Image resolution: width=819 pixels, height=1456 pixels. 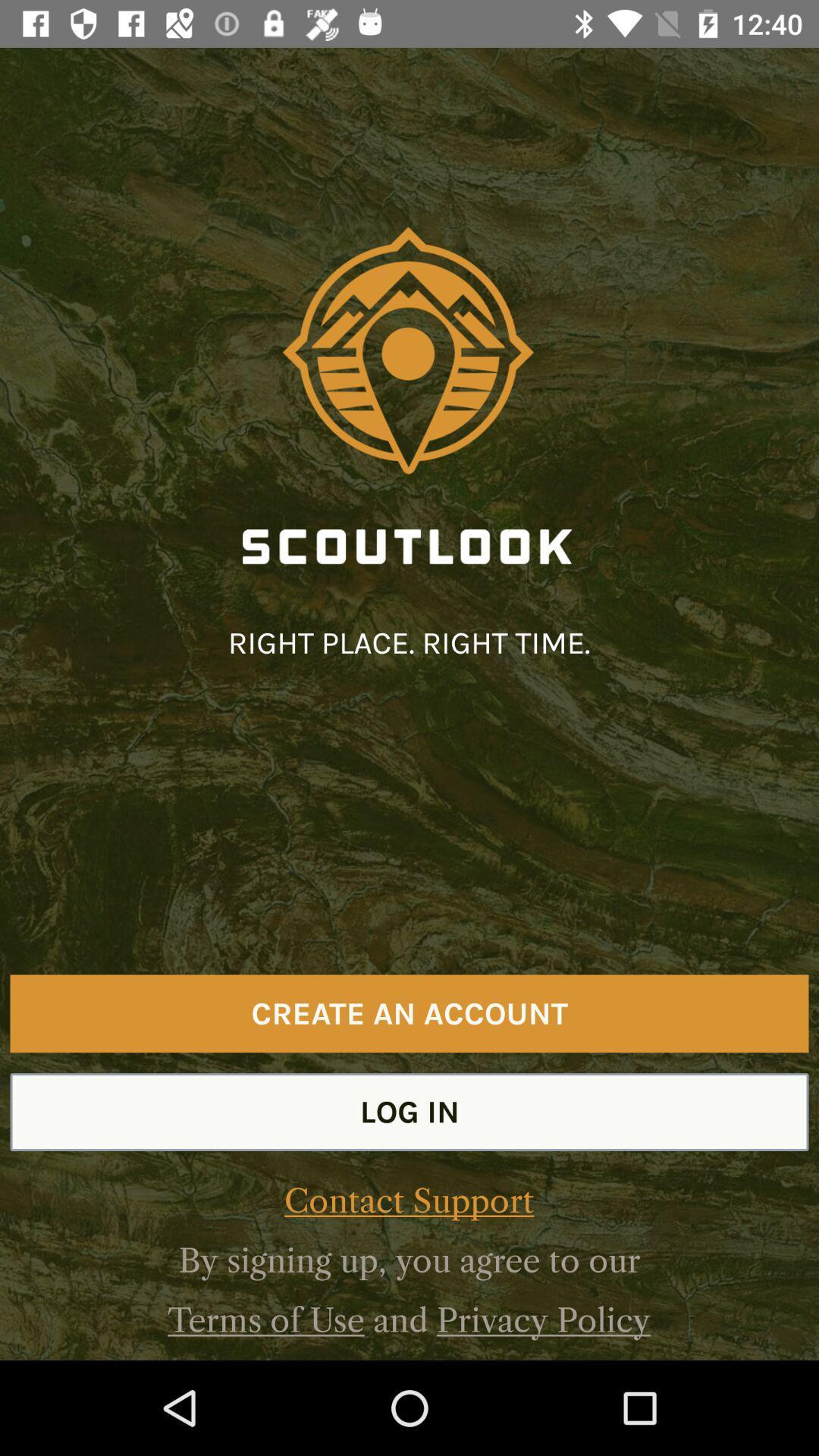 What do you see at coordinates (265, 1319) in the screenshot?
I see `the terms of use` at bounding box center [265, 1319].